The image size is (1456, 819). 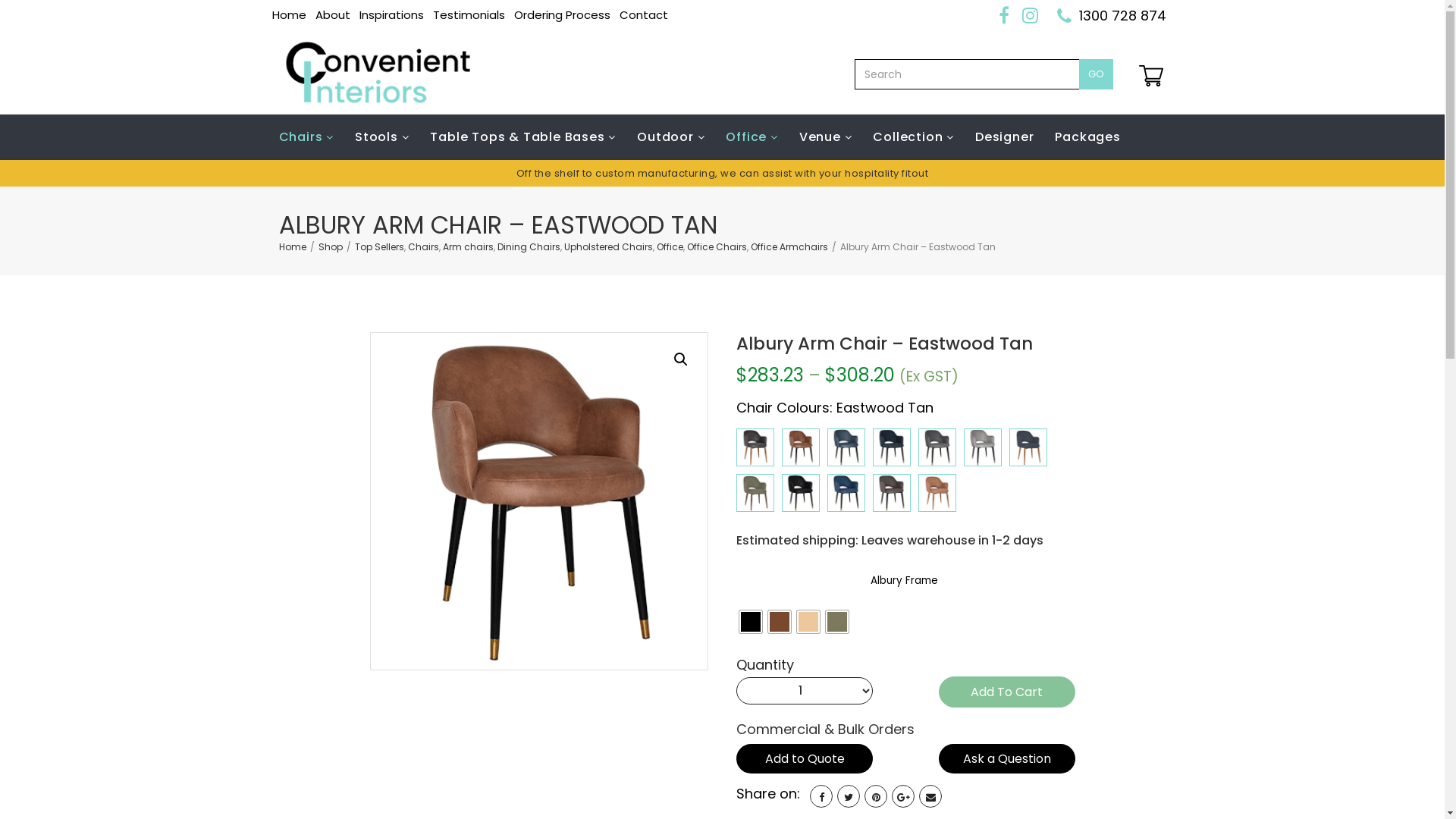 What do you see at coordinates (288, 14) in the screenshot?
I see `'Home'` at bounding box center [288, 14].